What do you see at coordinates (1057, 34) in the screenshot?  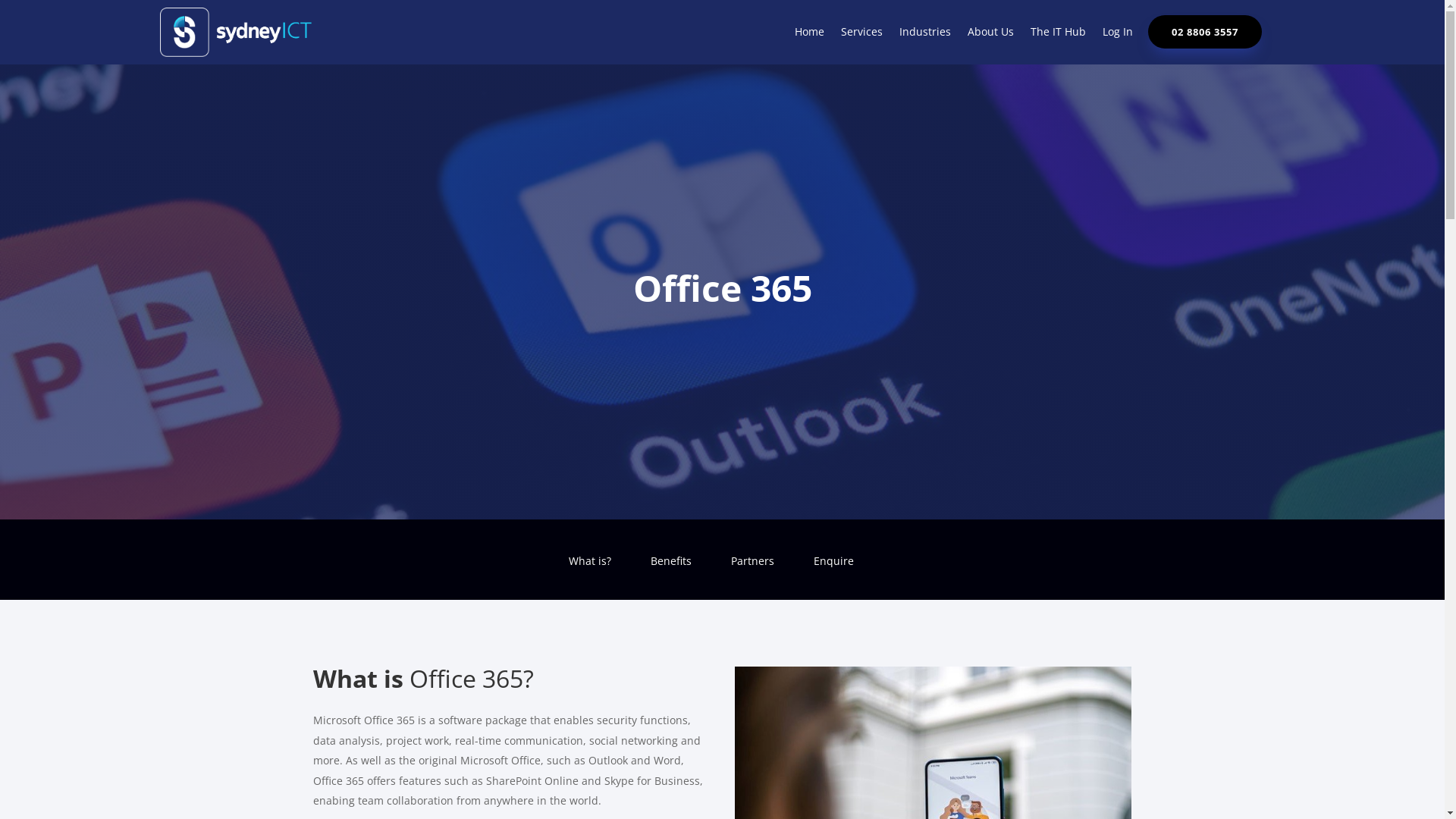 I see `'The IT Hub'` at bounding box center [1057, 34].